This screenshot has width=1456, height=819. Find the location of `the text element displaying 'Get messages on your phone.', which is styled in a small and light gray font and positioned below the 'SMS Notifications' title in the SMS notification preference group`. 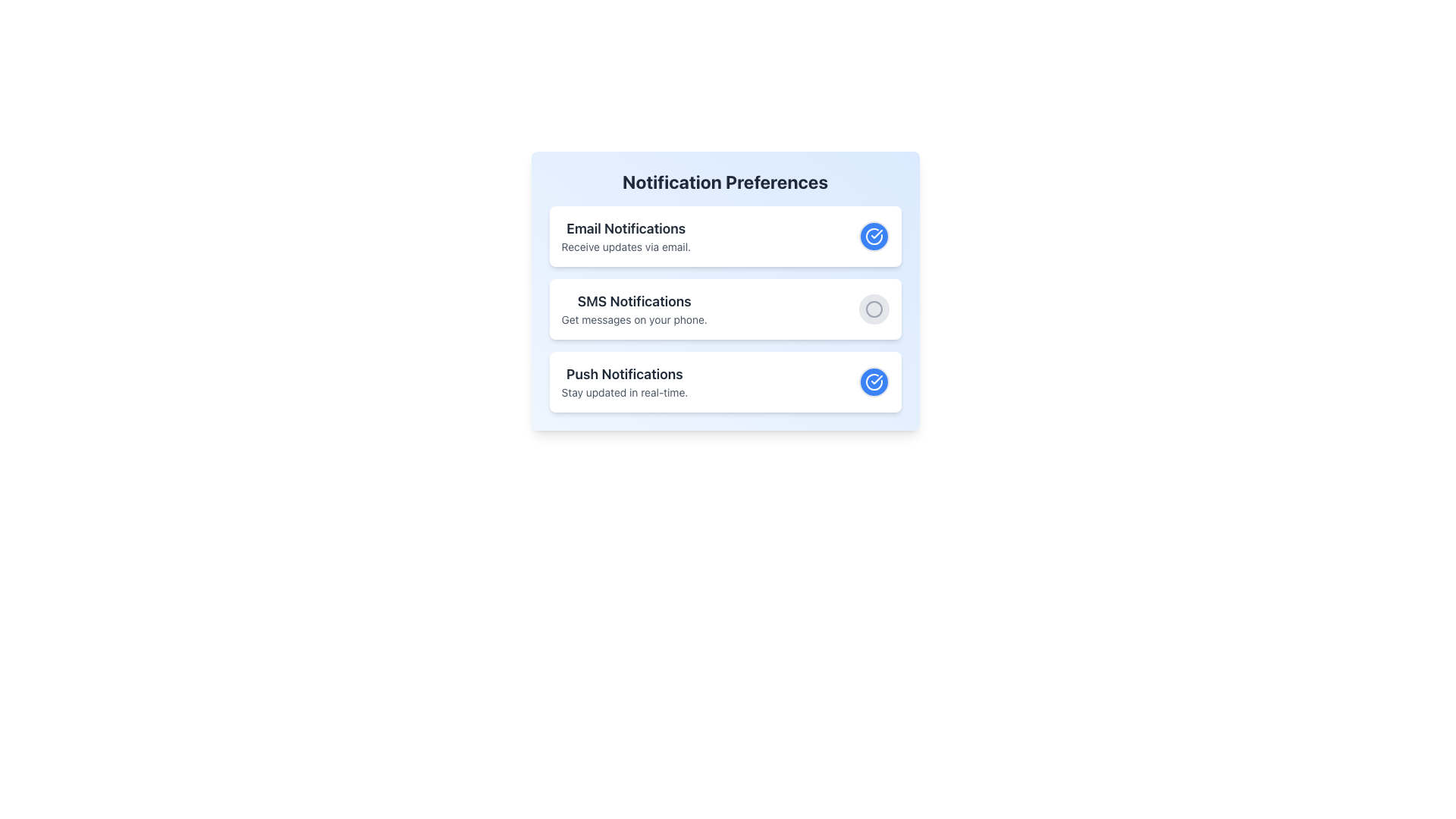

the text element displaying 'Get messages on your phone.', which is styled in a small and light gray font and positioned below the 'SMS Notifications' title in the SMS notification preference group is located at coordinates (634, 318).